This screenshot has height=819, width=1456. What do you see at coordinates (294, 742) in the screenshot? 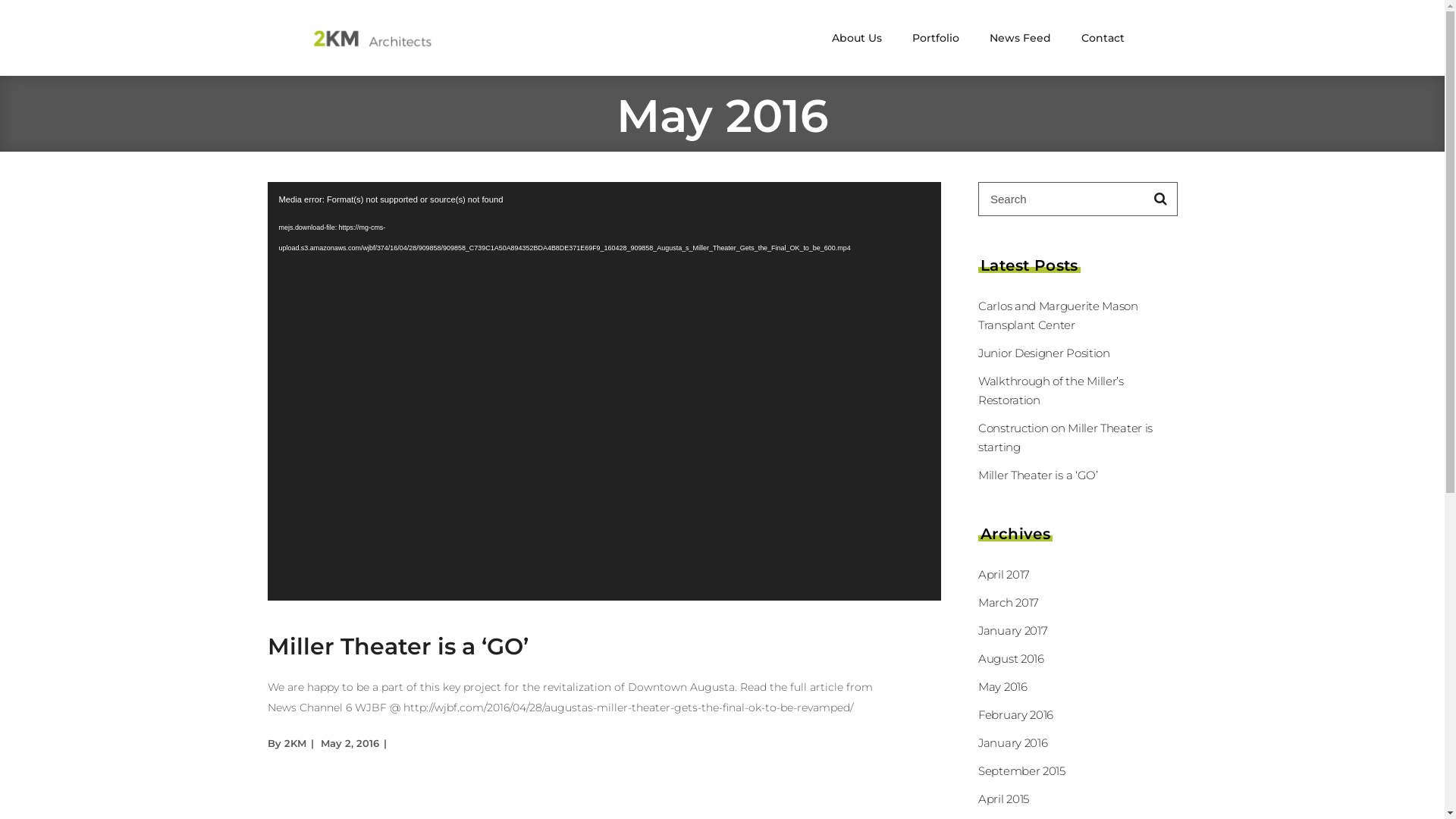
I see `'2KM'` at bounding box center [294, 742].